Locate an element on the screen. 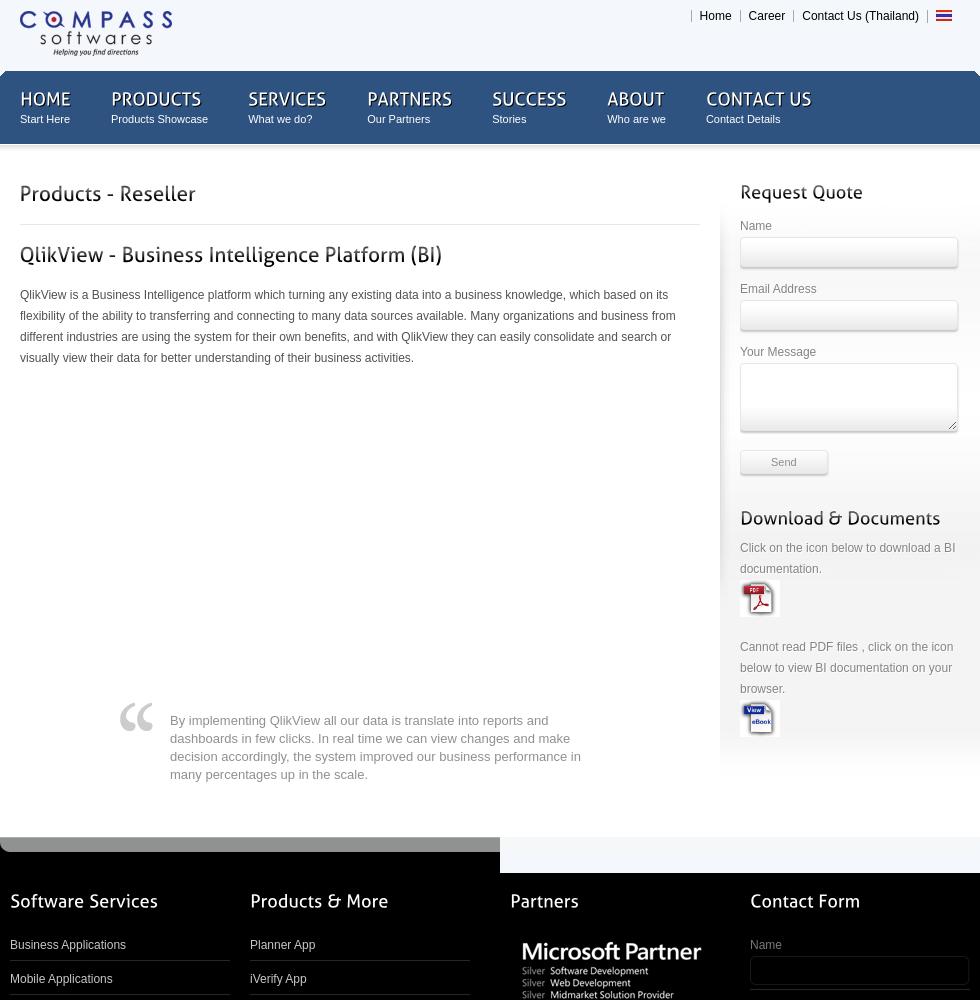 The height and width of the screenshot is (1000, 980). 'Click on the icon below to download a BI documentation.' is located at coordinates (847, 558).